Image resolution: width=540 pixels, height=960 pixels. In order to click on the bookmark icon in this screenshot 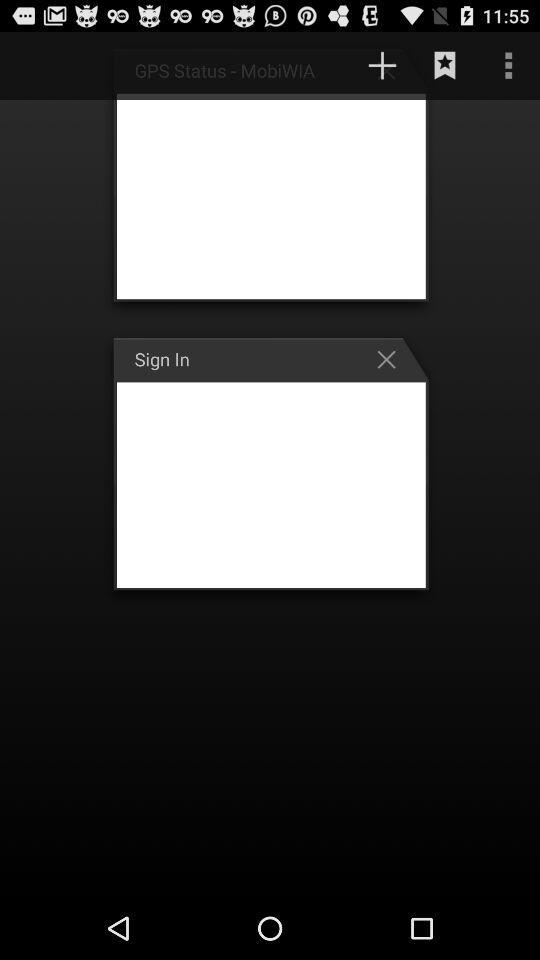, I will do `click(445, 70)`.